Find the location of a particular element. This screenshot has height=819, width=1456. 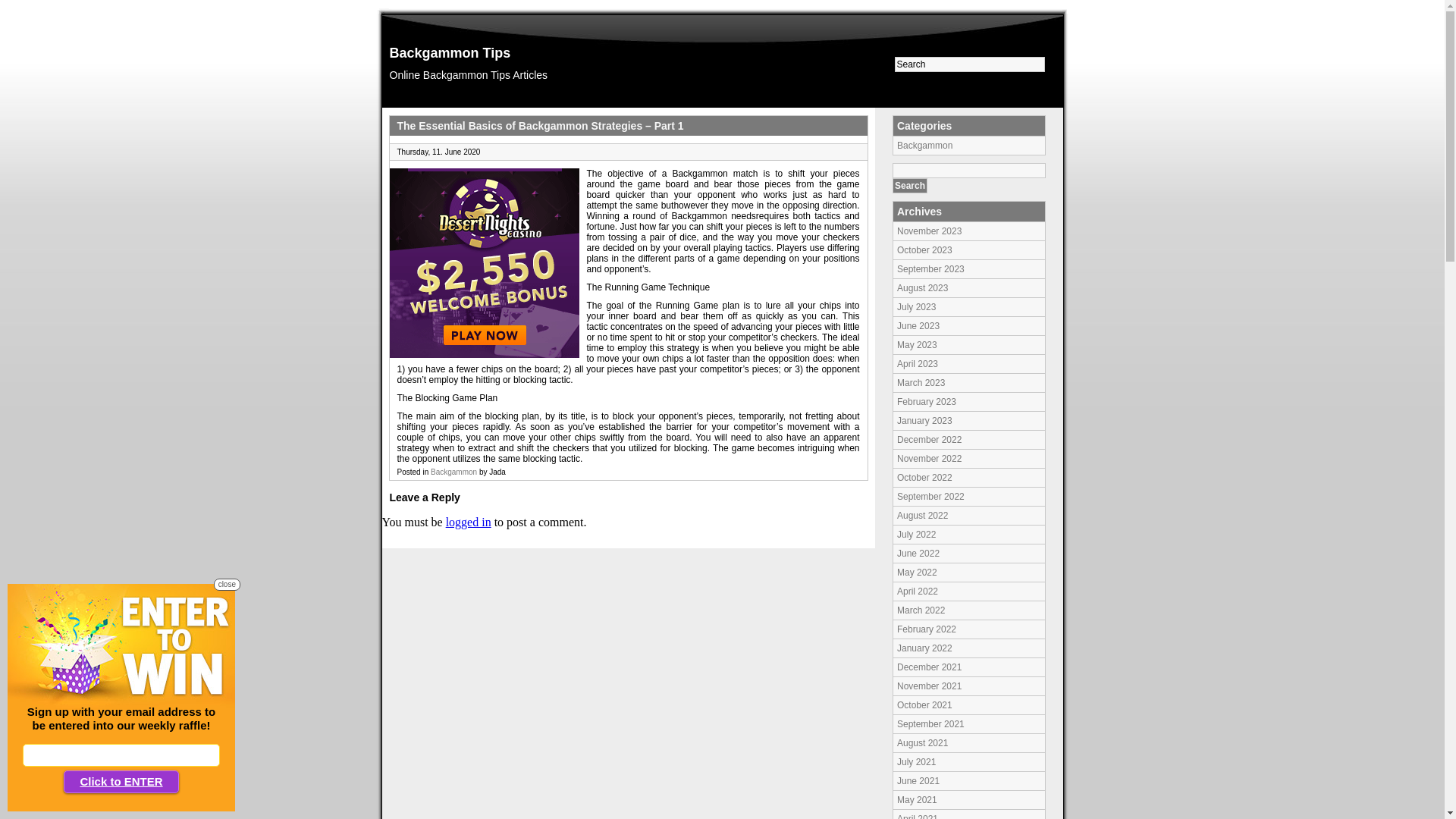

'July 2021' is located at coordinates (915, 762).